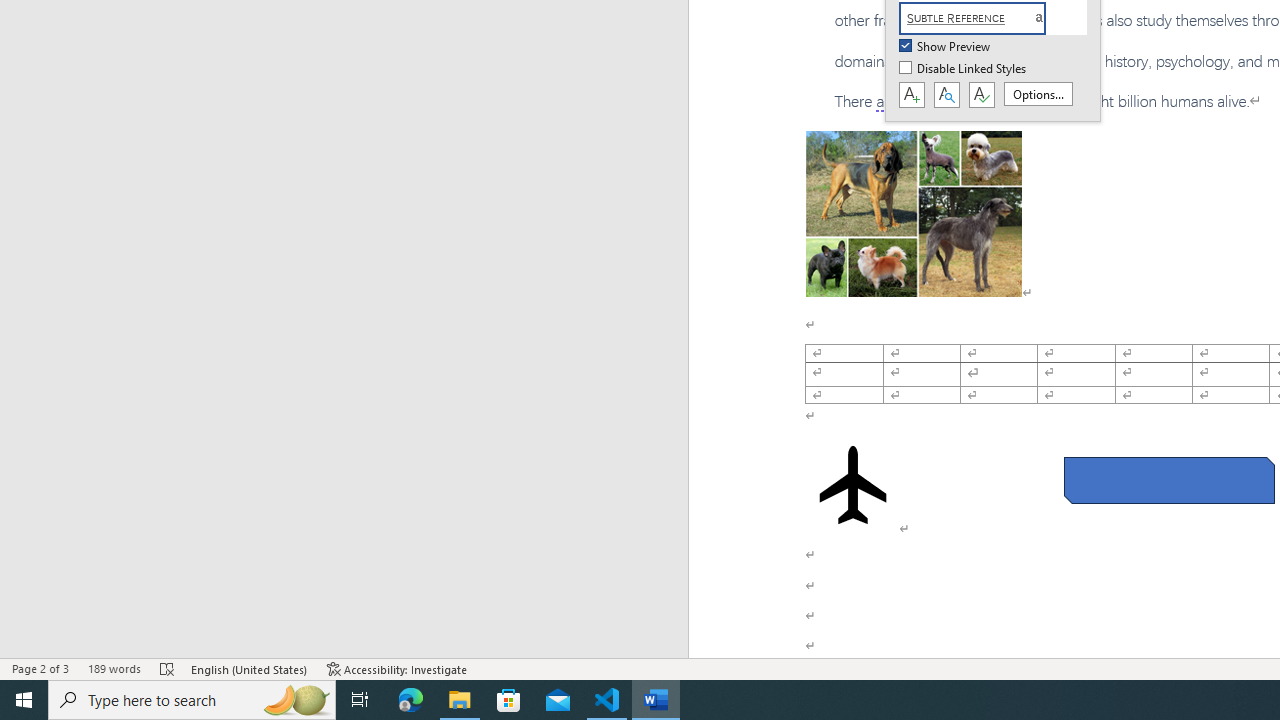 This screenshot has height=720, width=1280. I want to click on 'Options...', so click(1038, 93).